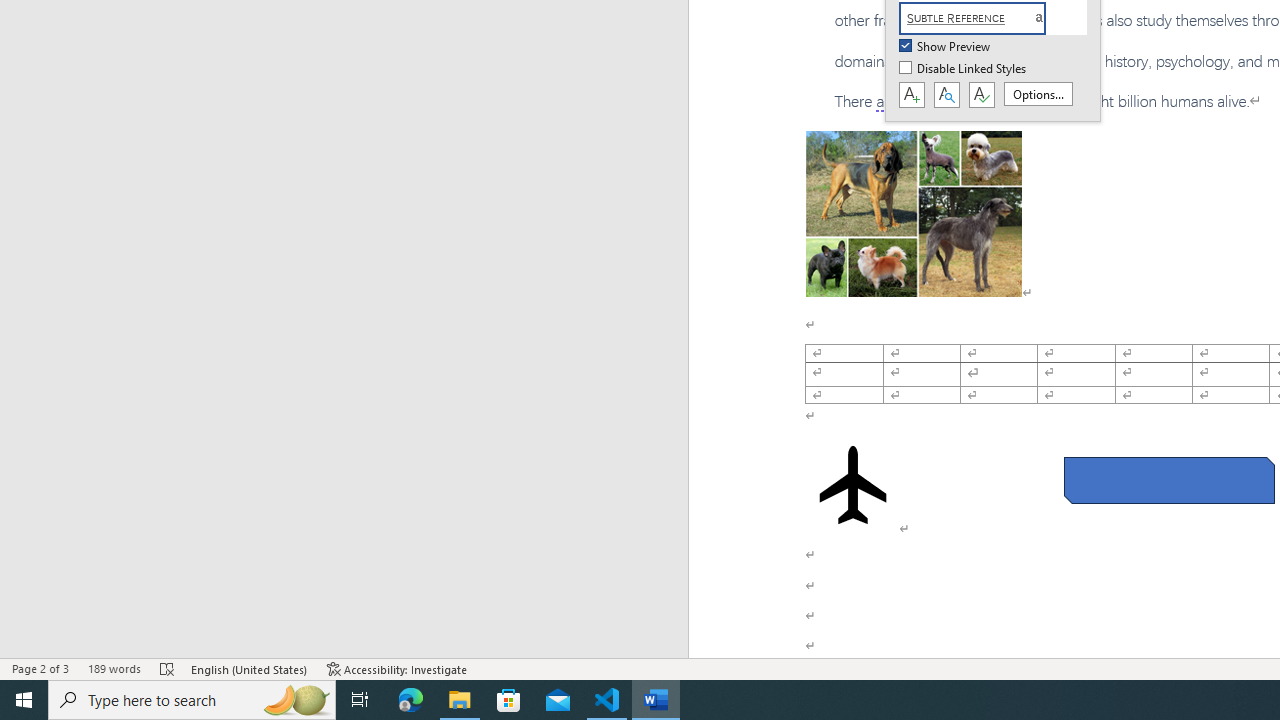 This screenshot has height=720, width=1280. I want to click on 'Options...', so click(1038, 93).